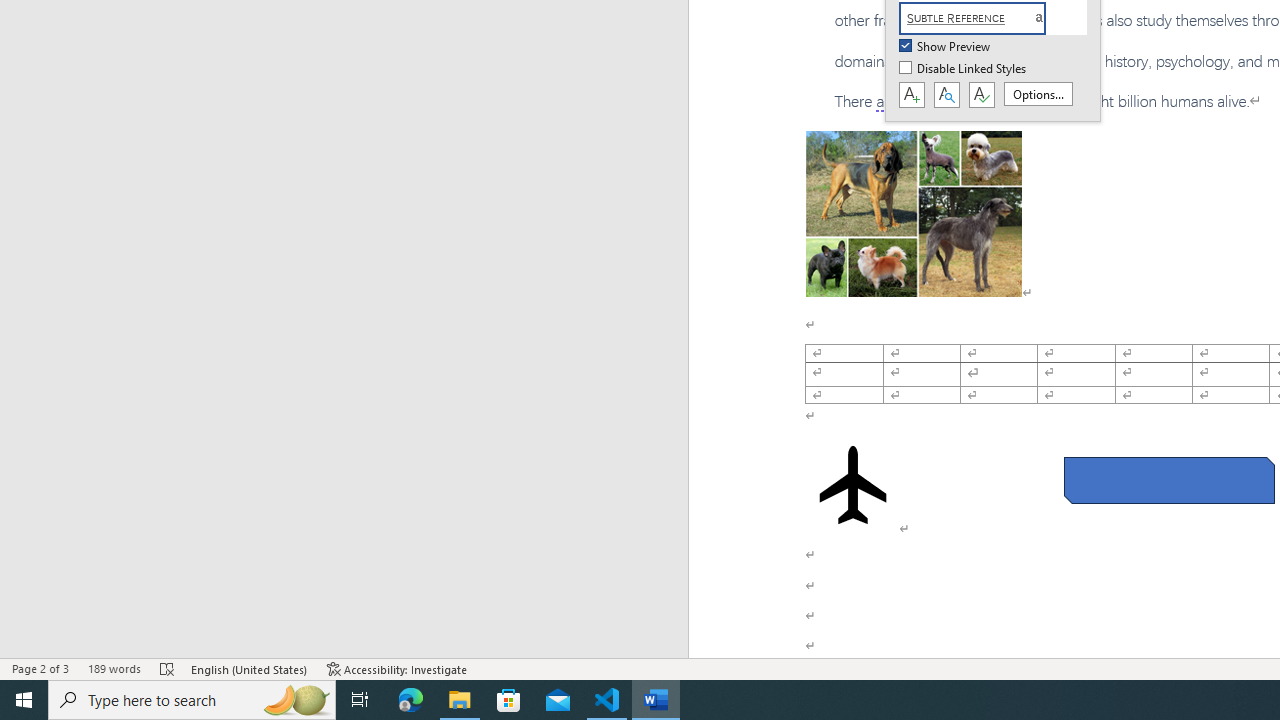 This screenshot has height=720, width=1280. I want to click on 'Options...', so click(1038, 93).